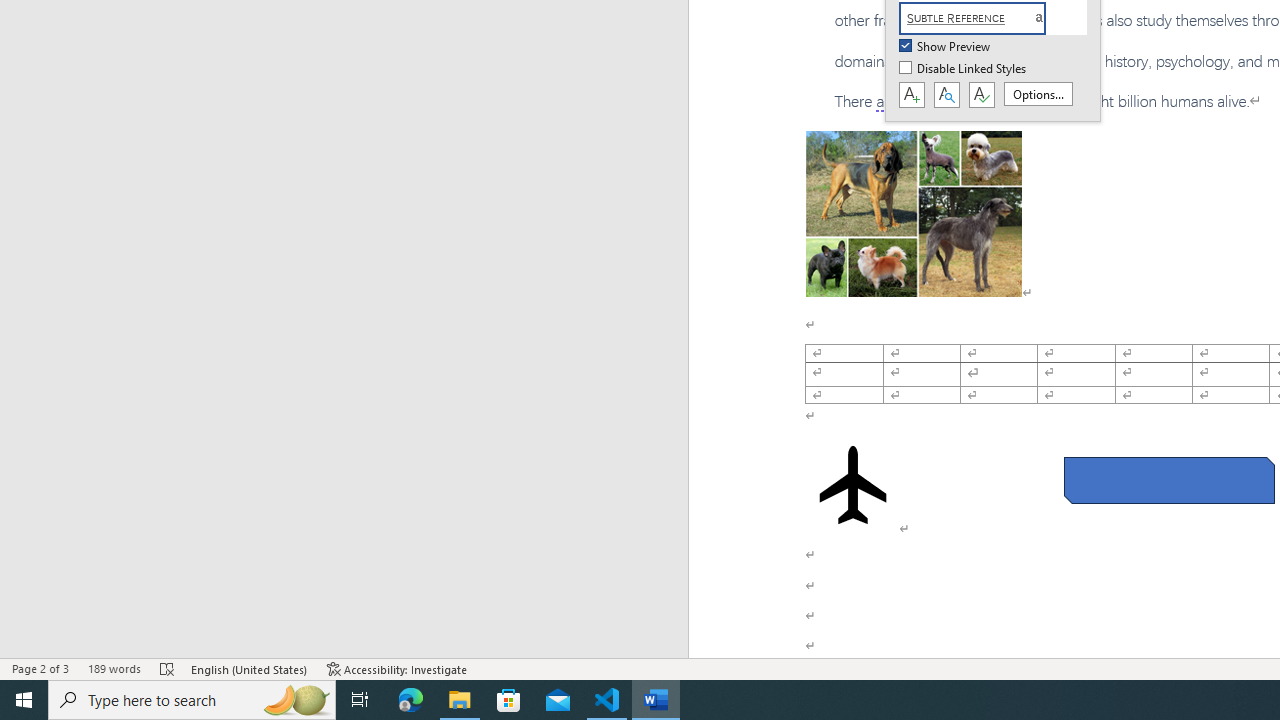 This screenshot has height=720, width=1280. I want to click on 'Options...', so click(1038, 93).